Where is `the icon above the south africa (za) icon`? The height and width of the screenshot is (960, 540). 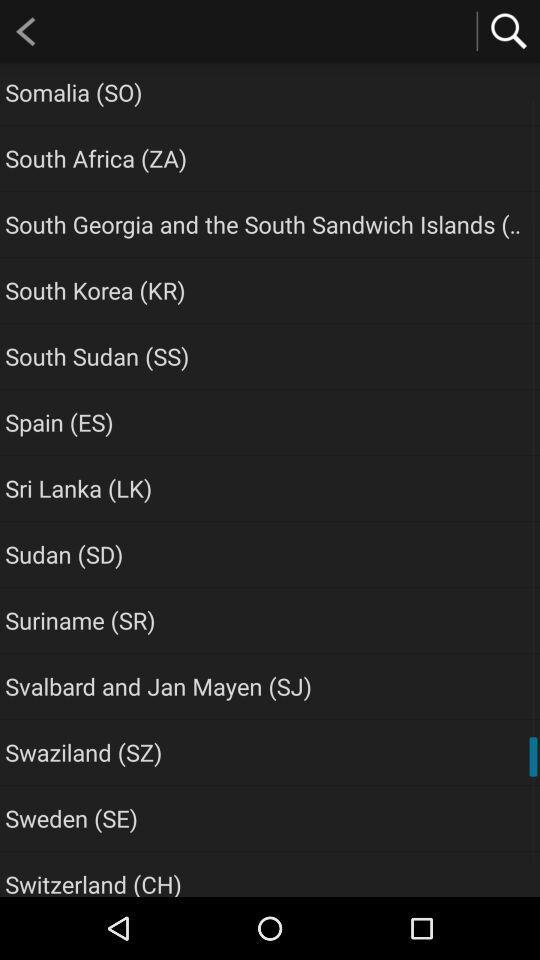 the icon above the south africa (za) icon is located at coordinates (72, 92).